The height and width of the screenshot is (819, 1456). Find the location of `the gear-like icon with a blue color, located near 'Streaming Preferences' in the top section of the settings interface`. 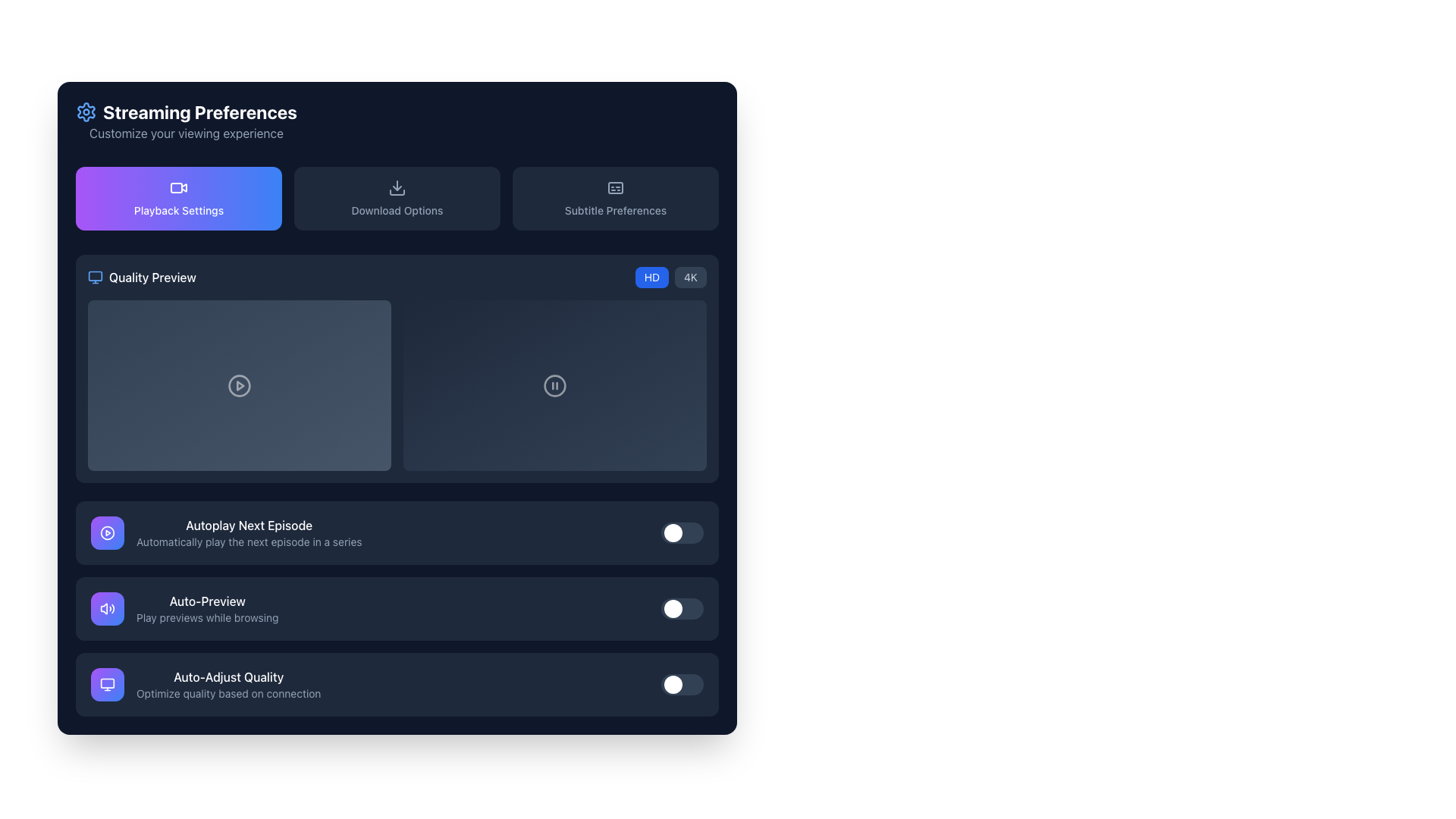

the gear-like icon with a blue color, located near 'Streaming Preferences' in the top section of the settings interface is located at coordinates (86, 111).